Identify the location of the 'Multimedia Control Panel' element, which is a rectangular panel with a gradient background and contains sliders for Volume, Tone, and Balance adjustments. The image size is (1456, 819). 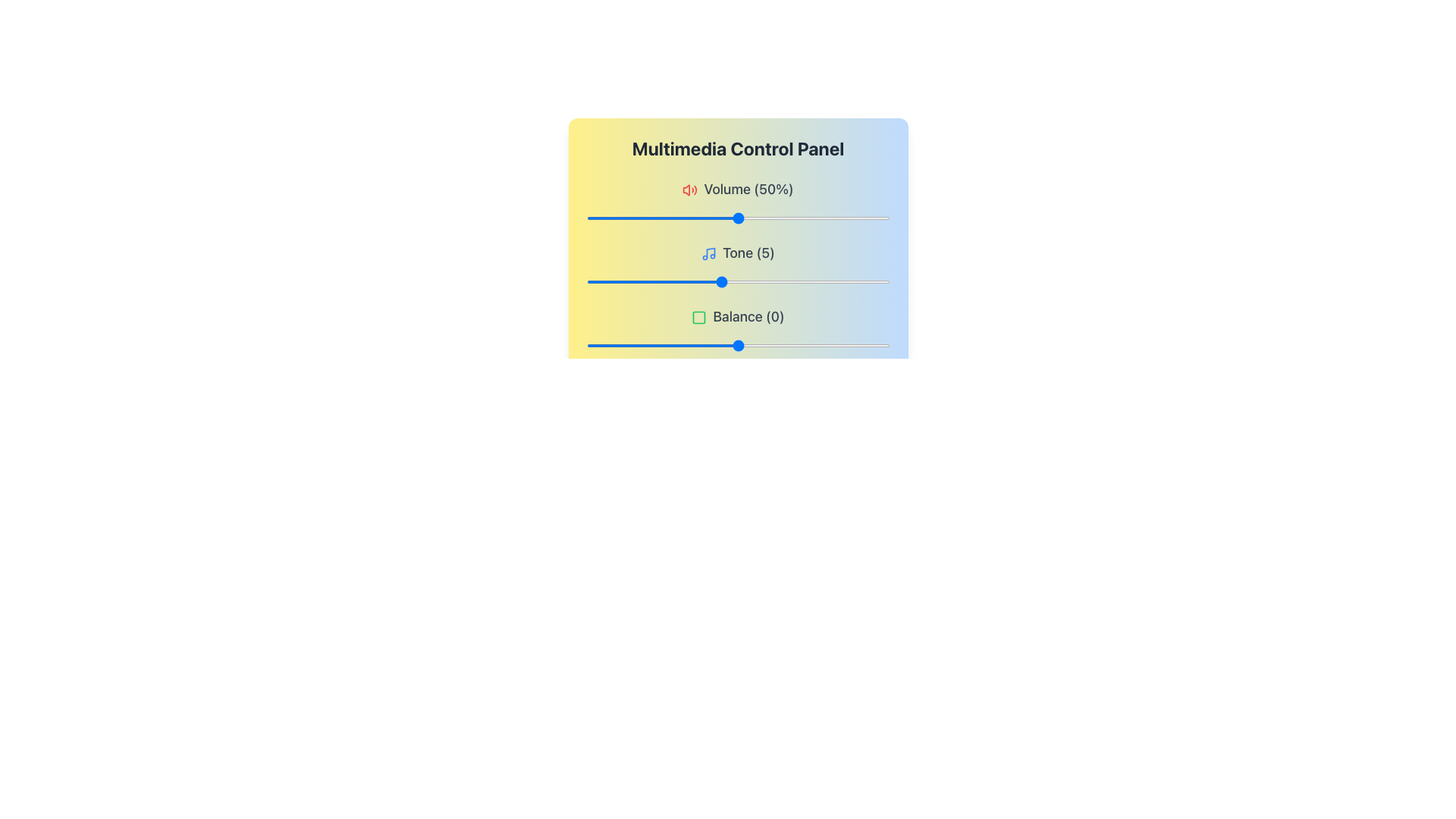
(738, 271).